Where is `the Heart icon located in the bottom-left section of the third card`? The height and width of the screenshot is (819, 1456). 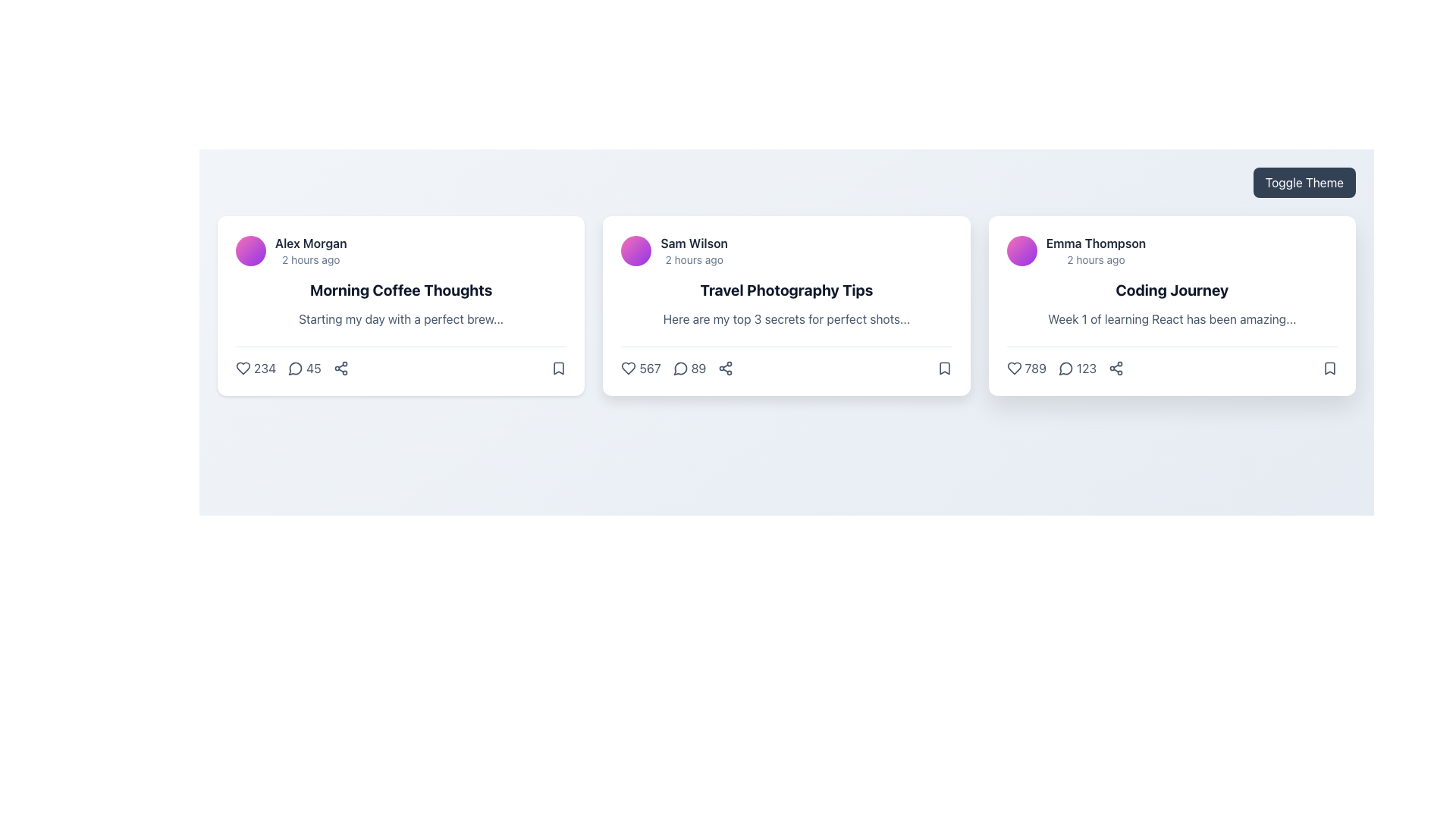
the Heart icon located in the bottom-left section of the third card is located at coordinates (1014, 369).